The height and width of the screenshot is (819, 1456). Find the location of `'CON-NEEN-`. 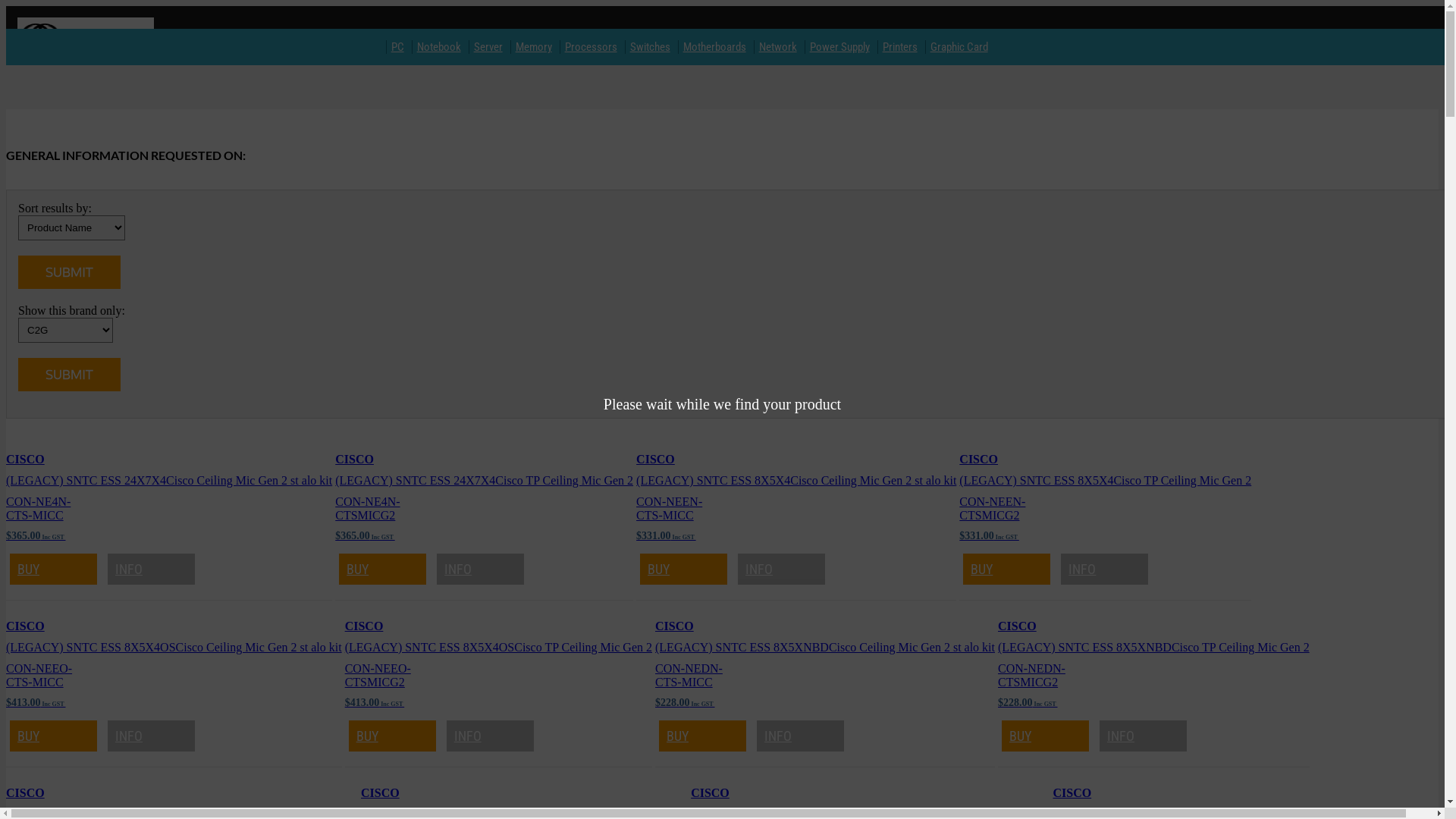

'CON-NEEN- is located at coordinates (959, 508).